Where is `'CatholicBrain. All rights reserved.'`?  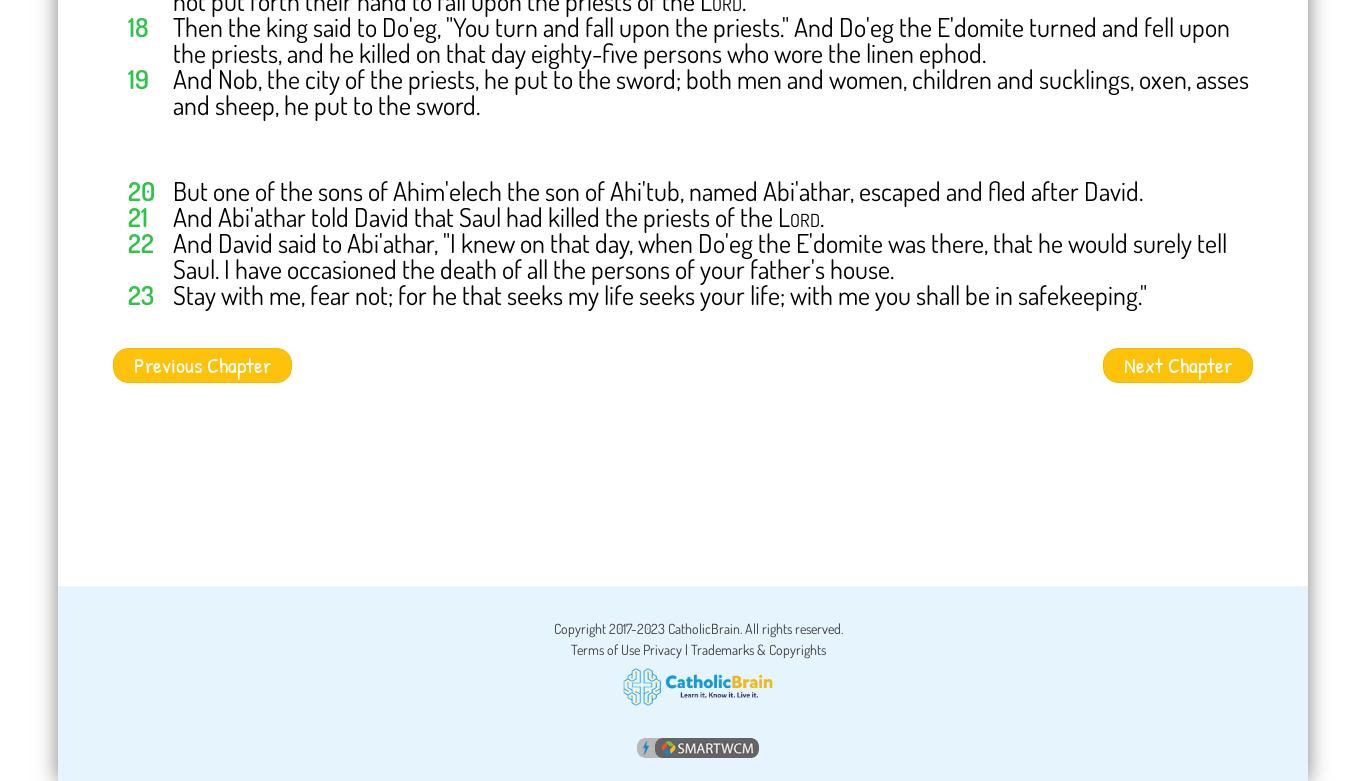
'CatholicBrain. All rights reserved.' is located at coordinates (752, 627).